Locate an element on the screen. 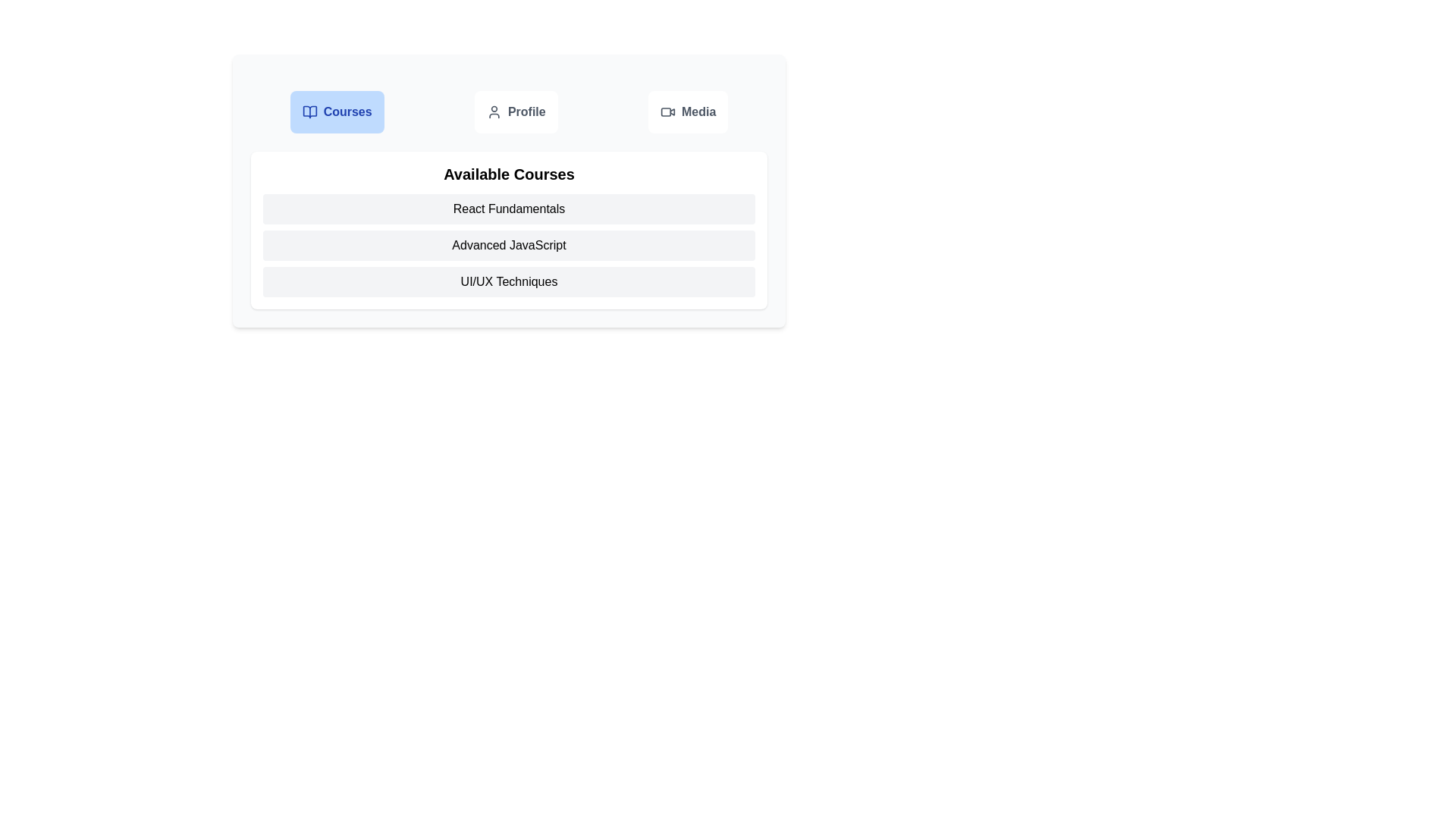 The width and height of the screenshot is (1456, 819). the 'Courses' icon located to the left of the 'Courses' button in the top navigation bar is located at coordinates (309, 111).